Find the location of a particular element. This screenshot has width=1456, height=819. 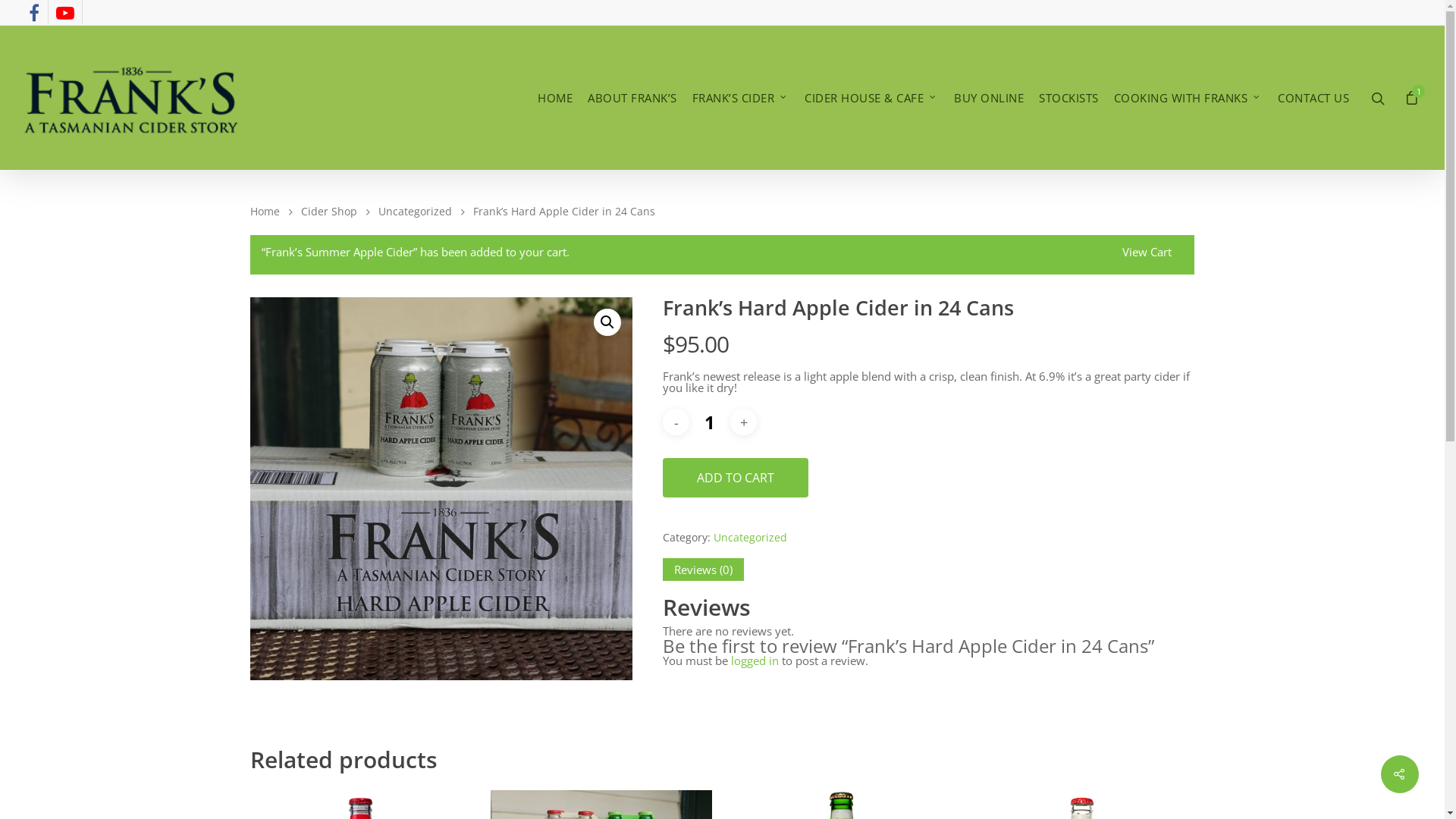

'CONTACT US' is located at coordinates (1313, 98).